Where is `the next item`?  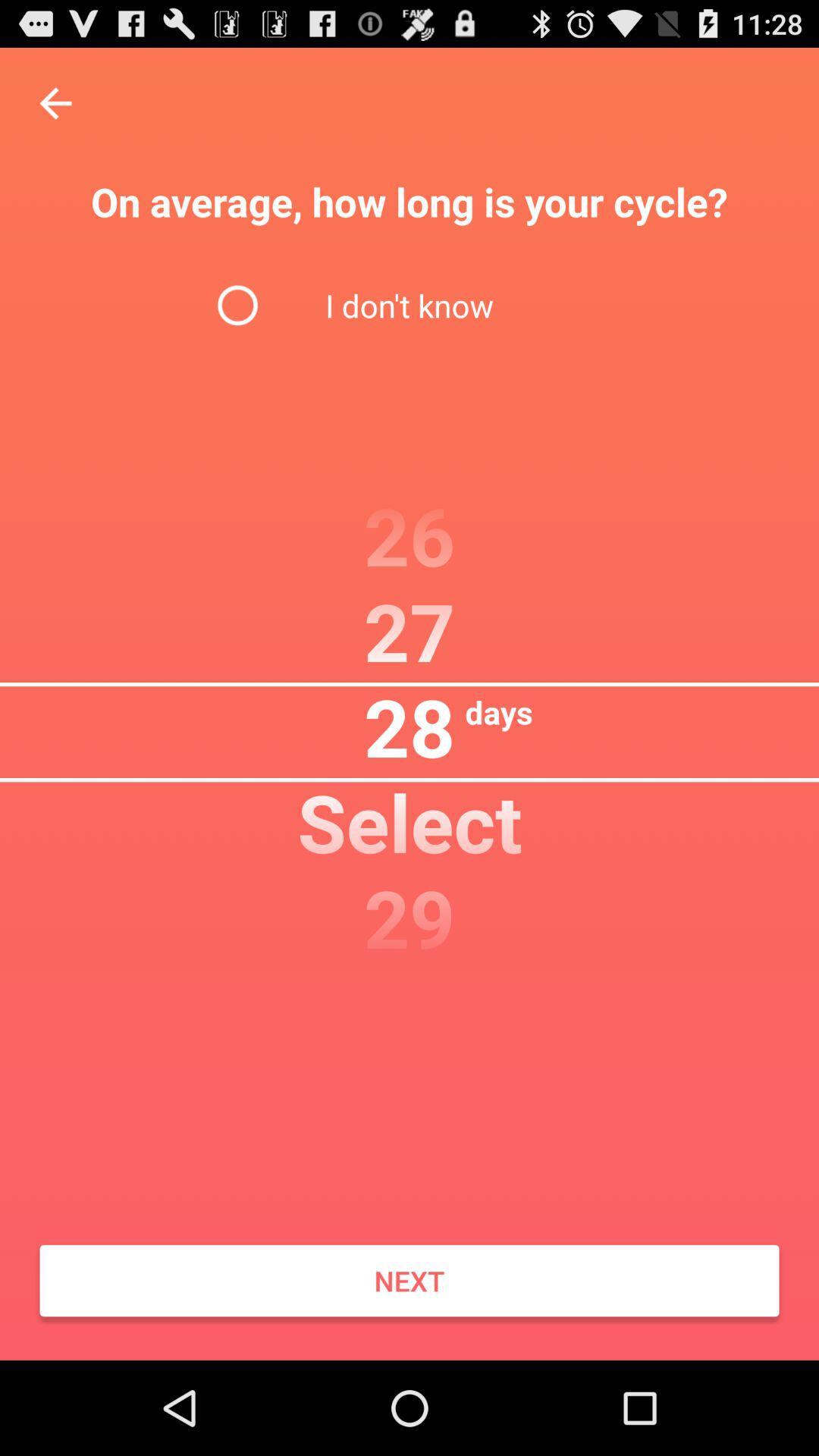 the next item is located at coordinates (409, 1280).